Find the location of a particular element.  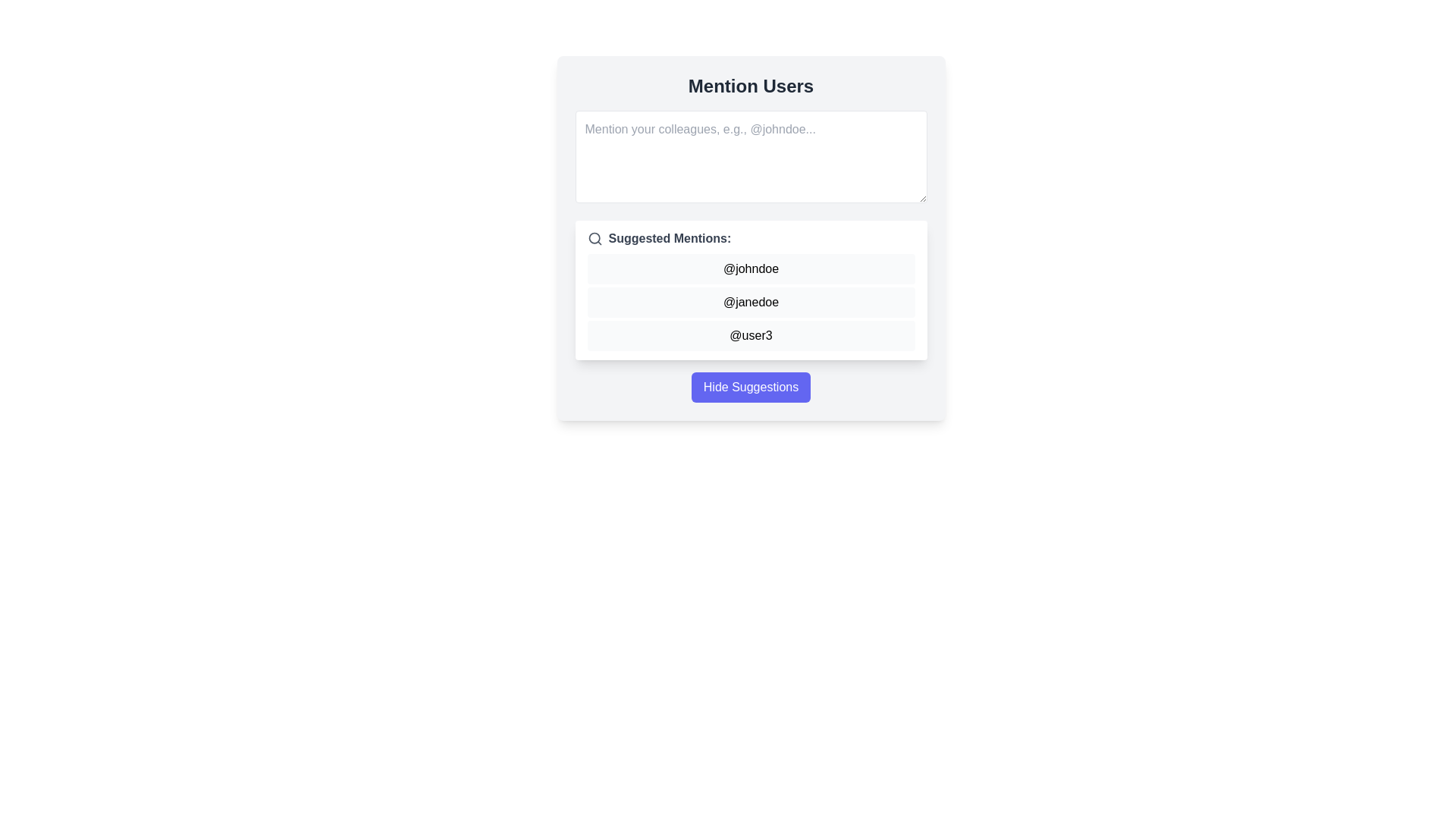

the rounded rectangle button displaying '@user3' in black font on a light gray background is located at coordinates (751, 335).